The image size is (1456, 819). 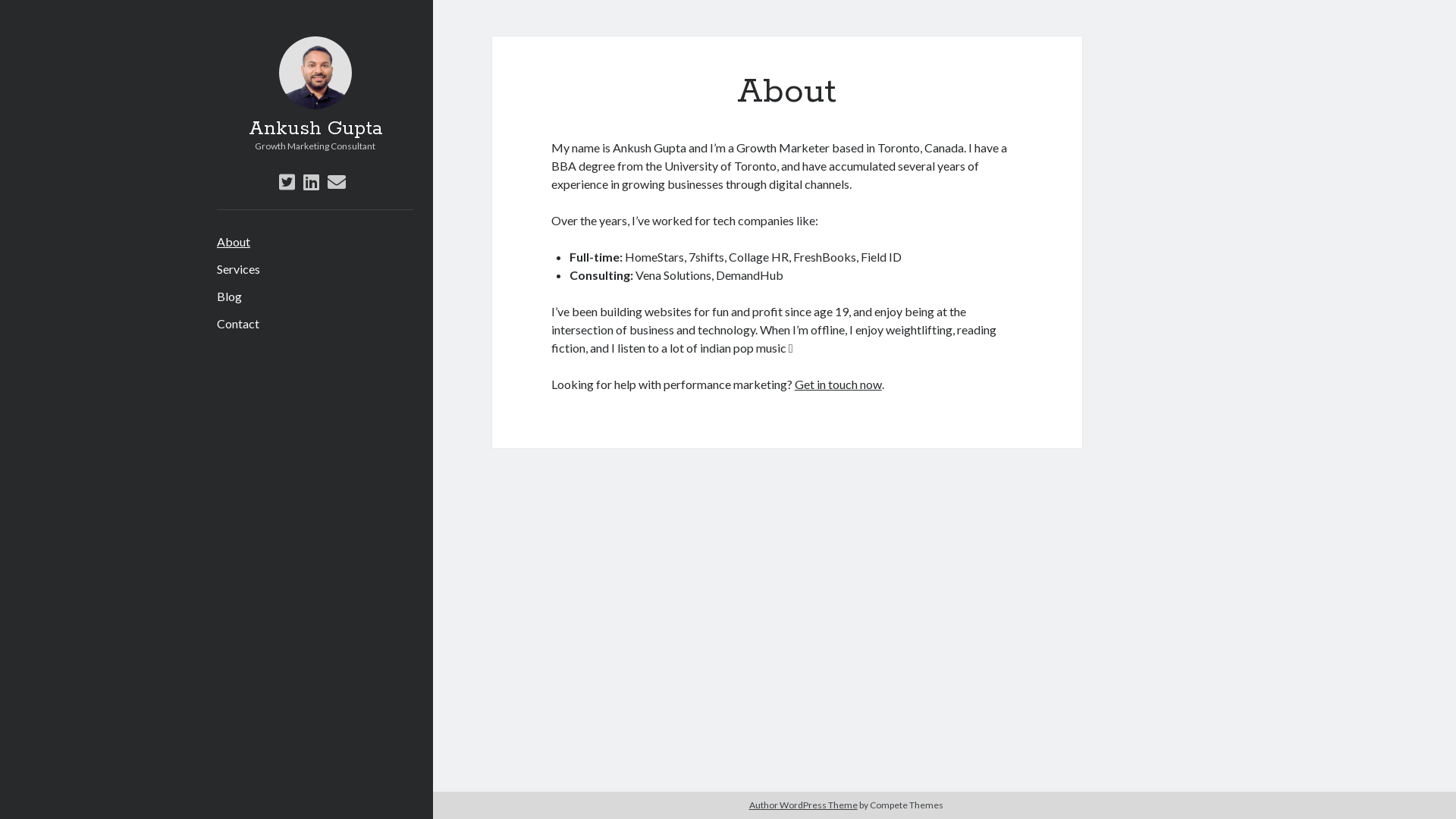 What do you see at coordinates (237, 323) in the screenshot?
I see `'Contact'` at bounding box center [237, 323].